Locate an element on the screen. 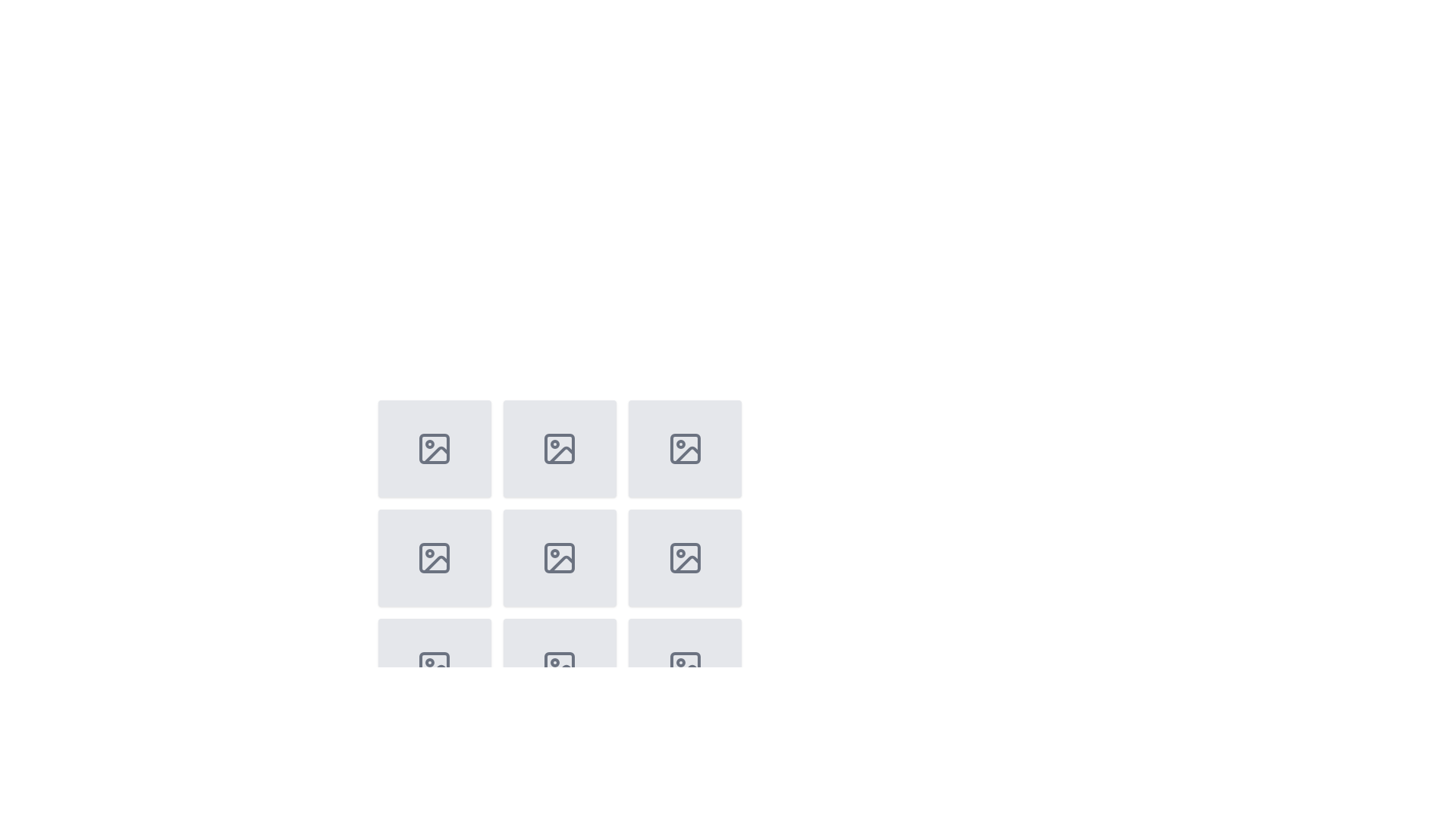  the image-related functionality icon located in the second row and third column of the grid layout is located at coordinates (684, 447).